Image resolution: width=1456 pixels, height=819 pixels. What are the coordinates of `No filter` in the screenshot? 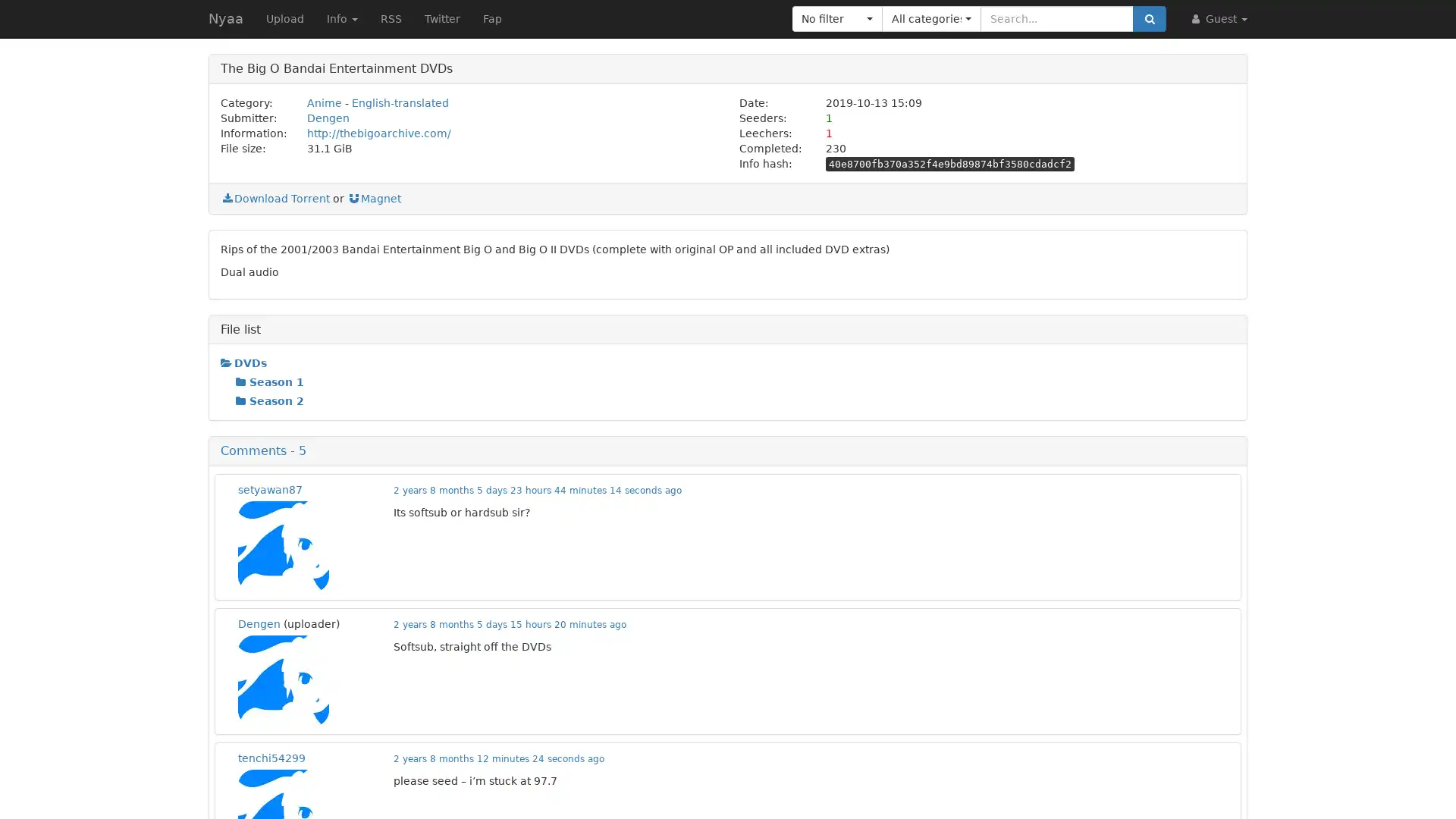 It's located at (836, 18).